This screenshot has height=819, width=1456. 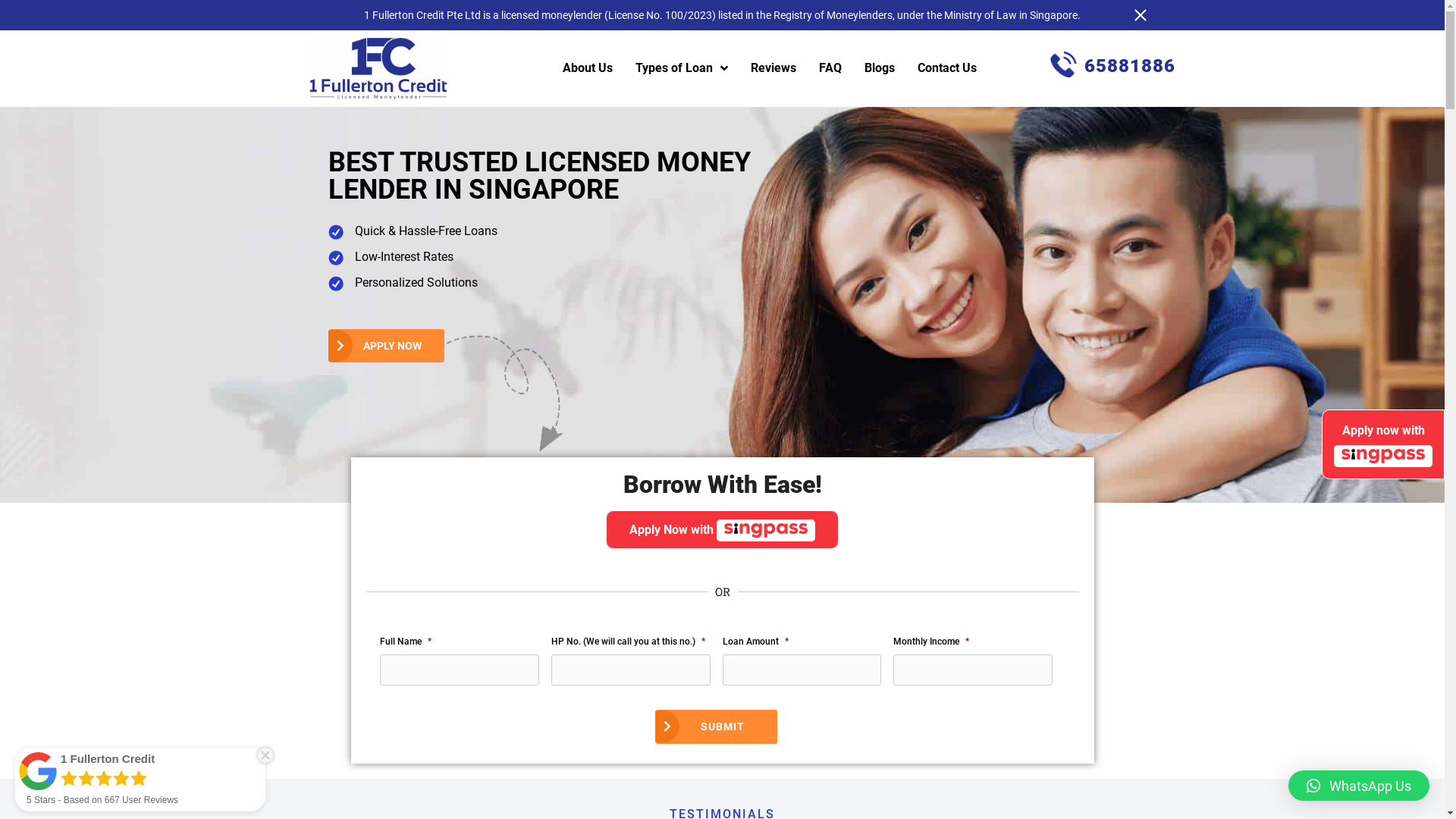 What do you see at coordinates (832, 14) in the screenshot?
I see `'Registry of Moneylenders'` at bounding box center [832, 14].